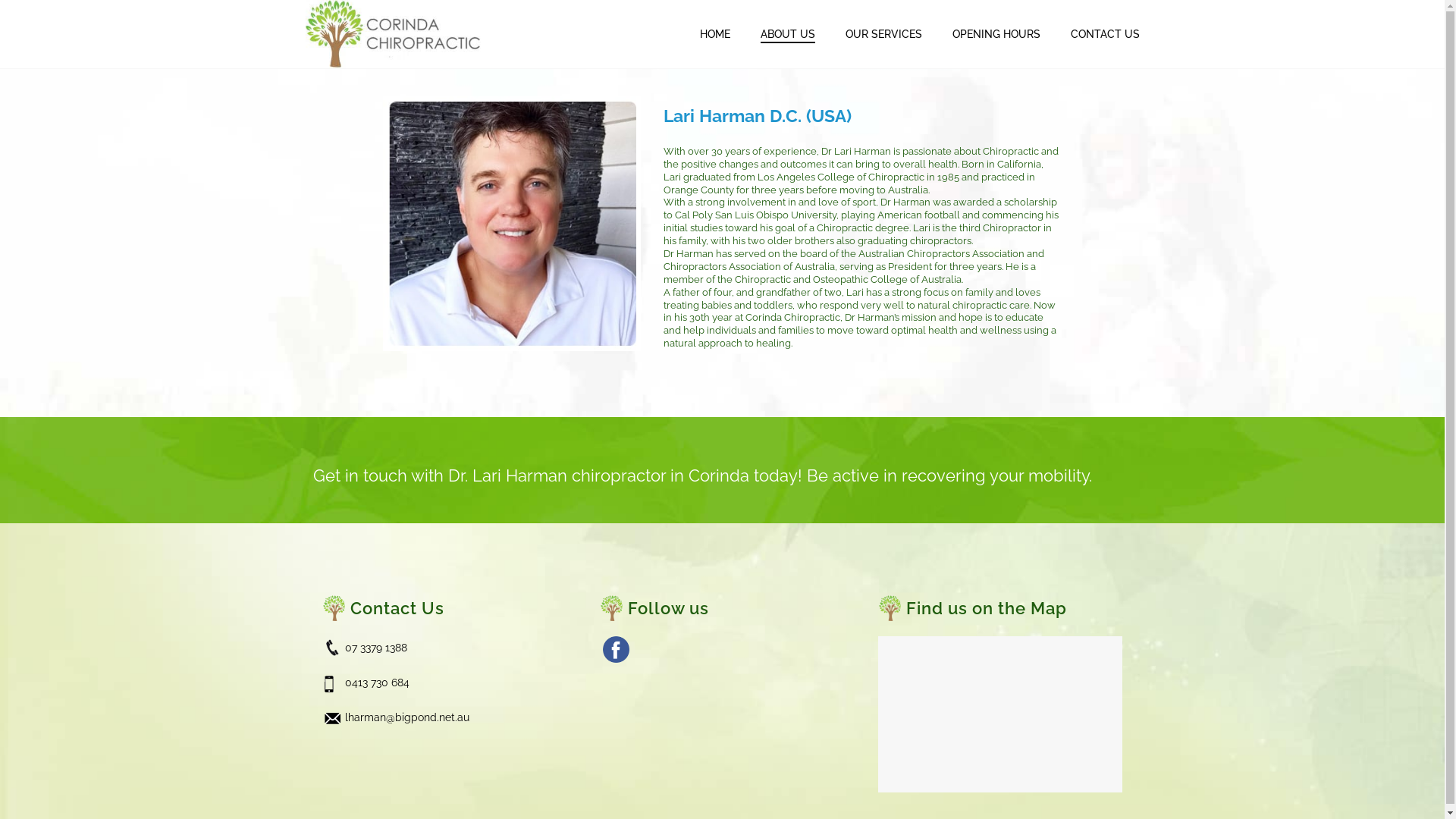 This screenshot has height=819, width=1456. What do you see at coordinates (996, 34) in the screenshot?
I see `'OPENING HOURS'` at bounding box center [996, 34].